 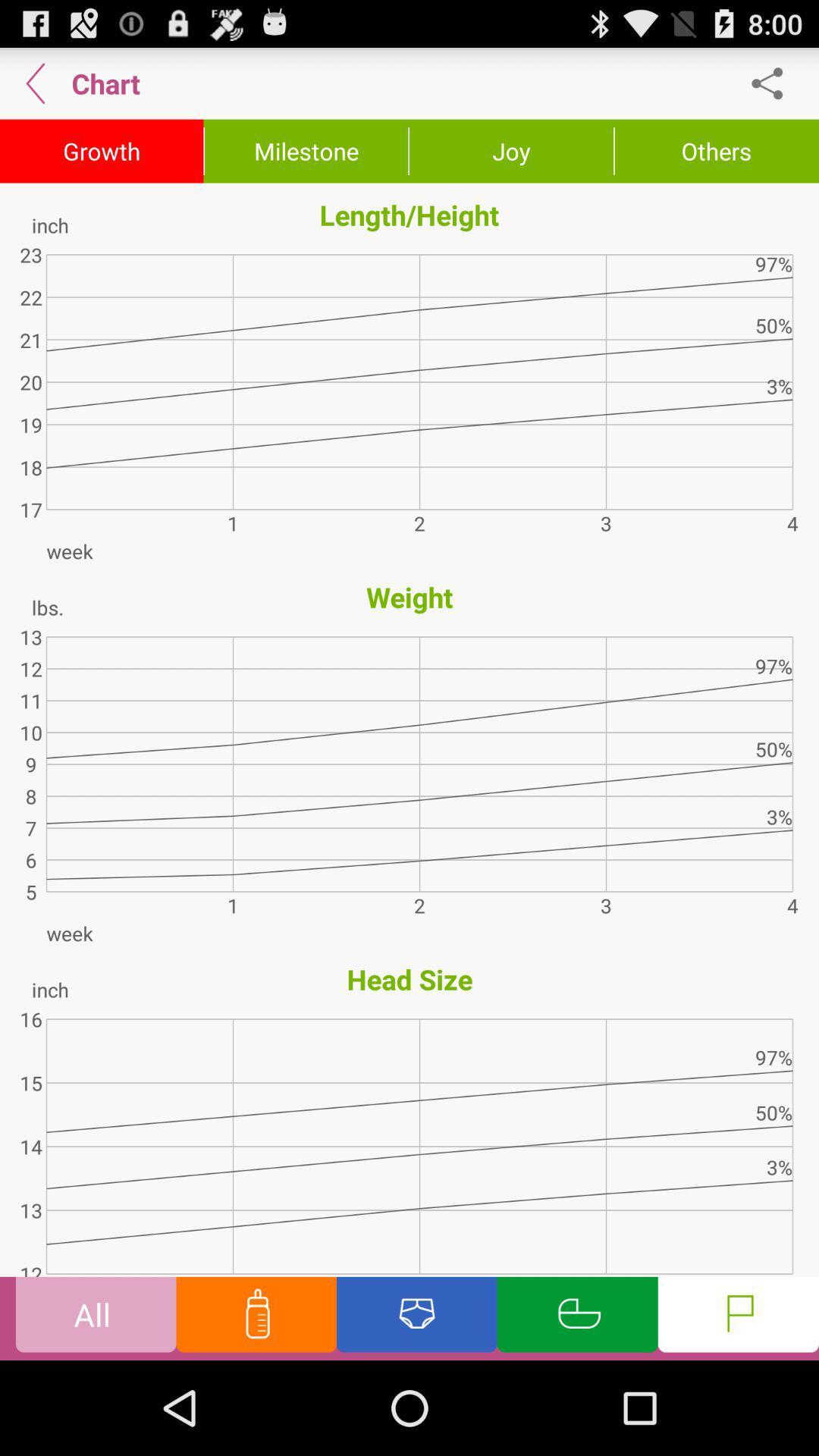 What do you see at coordinates (577, 1317) in the screenshot?
I see `show graph` at bounding box center [577, 1317].